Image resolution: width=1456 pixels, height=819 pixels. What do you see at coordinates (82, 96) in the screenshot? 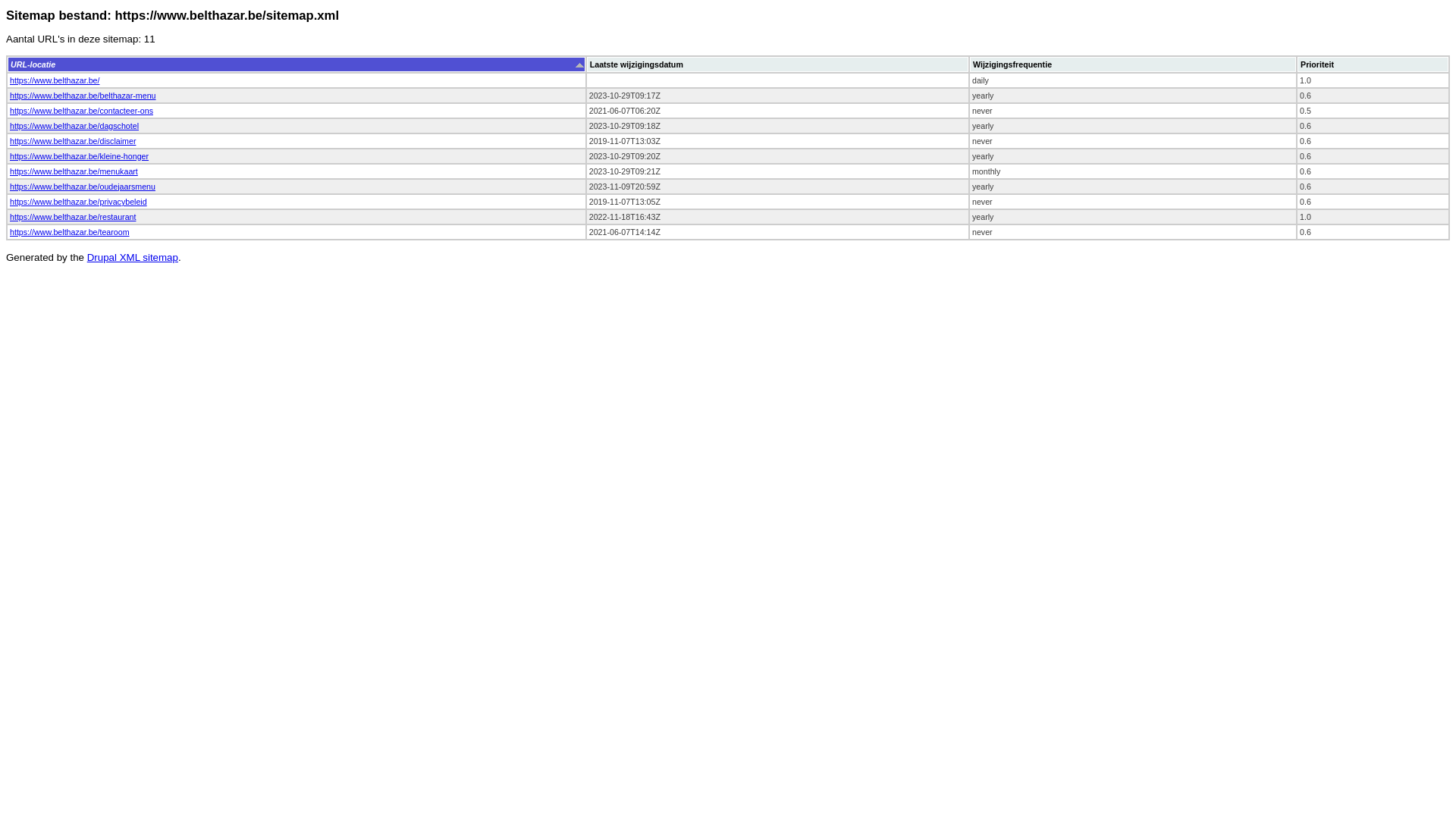
I see `'https://www.belthazar.be/belthazar-menu'` at bounding box center [82, 96].